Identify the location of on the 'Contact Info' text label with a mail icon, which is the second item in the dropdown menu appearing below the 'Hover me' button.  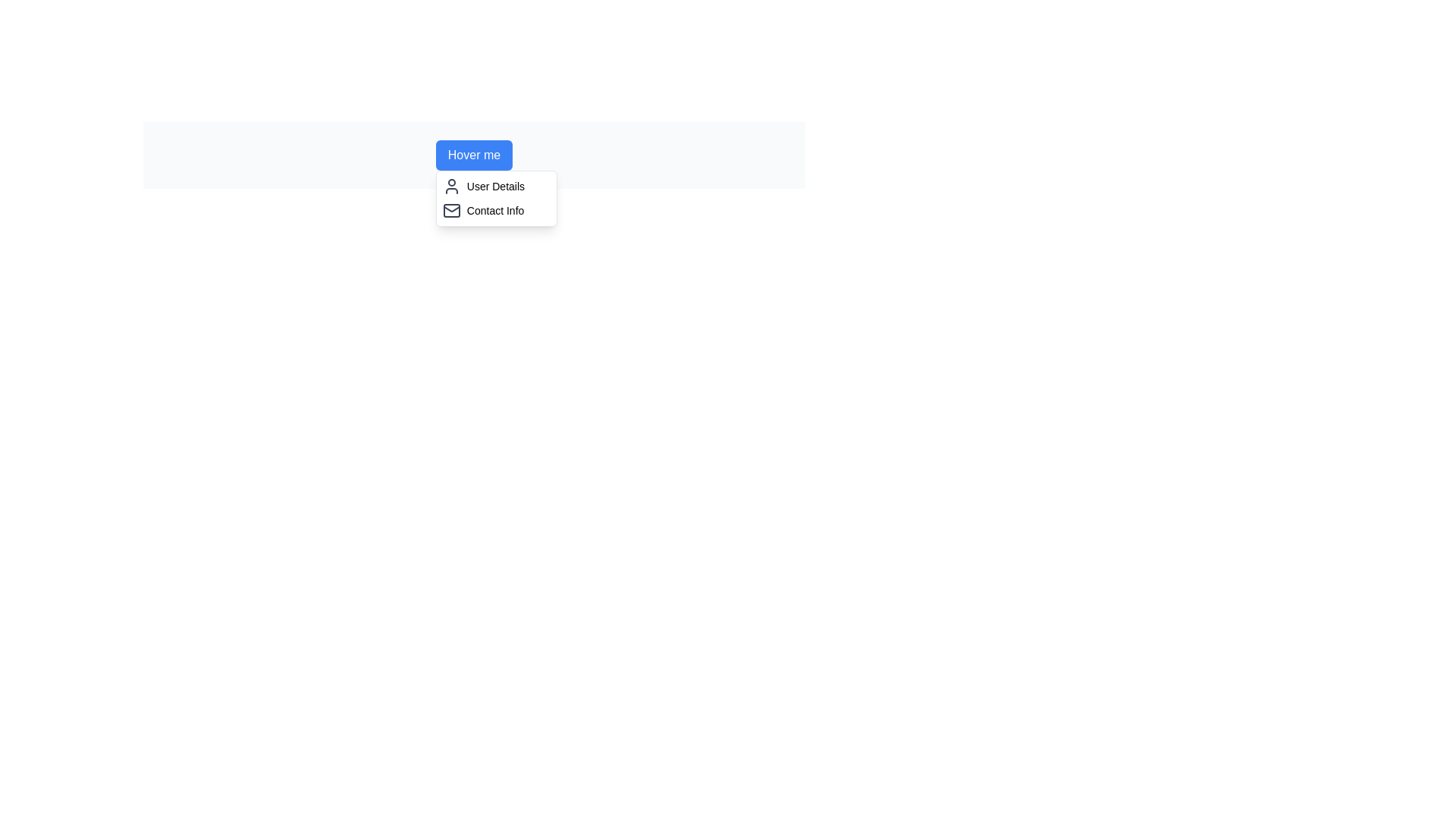
(496, 210).